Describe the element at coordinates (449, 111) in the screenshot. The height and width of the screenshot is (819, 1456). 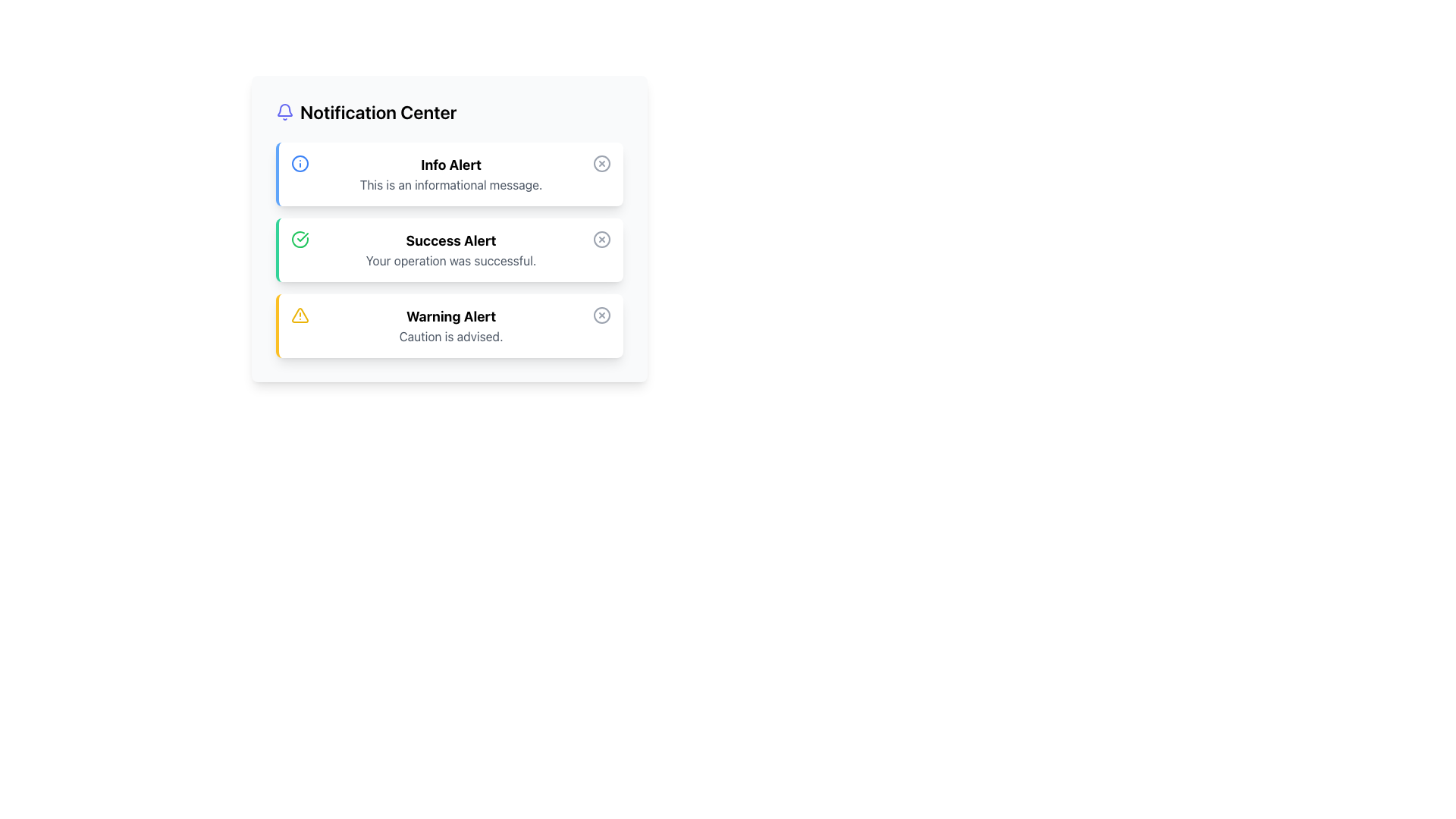
I see `the Label header with icon that serves as a title for the notification section, positioned at the top of the column` at that location.